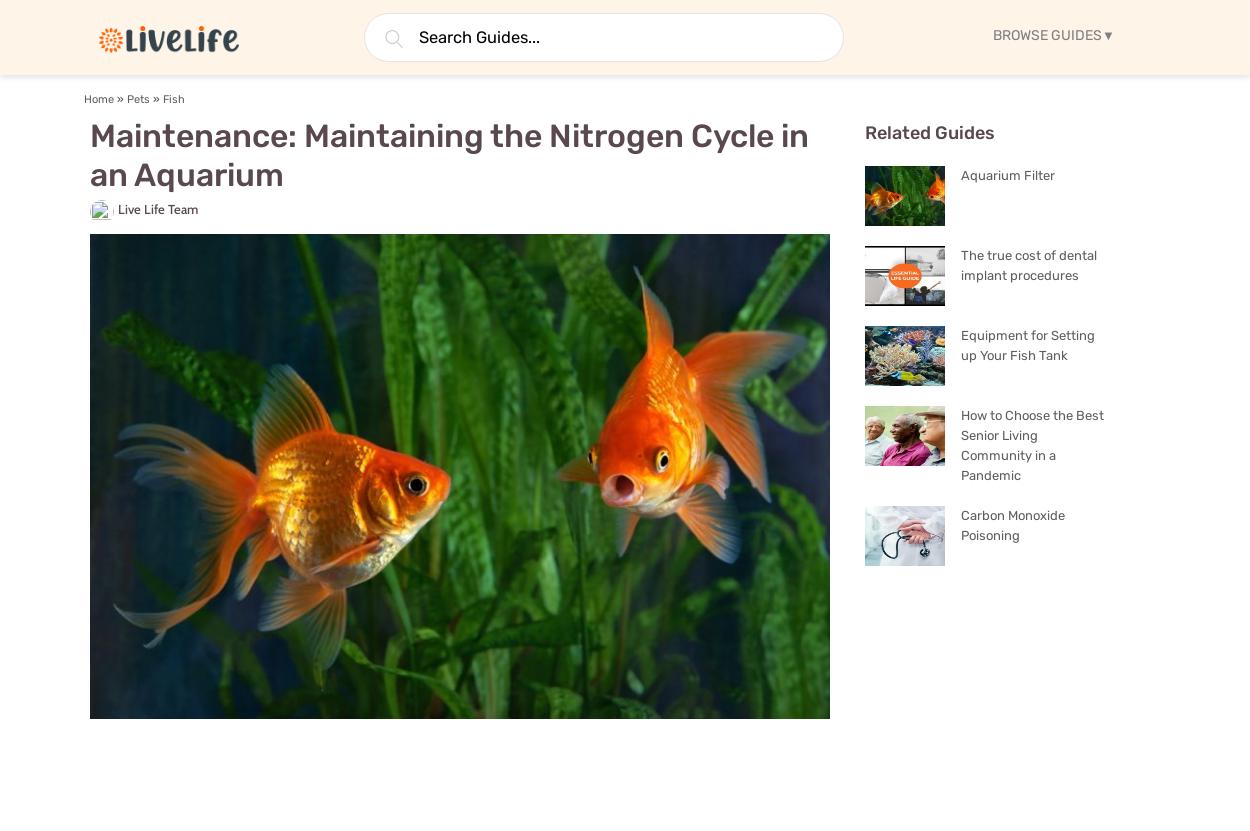 This screenshot has height=831, width=1250. What do you see at coordinates (97, 99) in the screenshot?
I see `'Home'` at bounding box center [97, 99].